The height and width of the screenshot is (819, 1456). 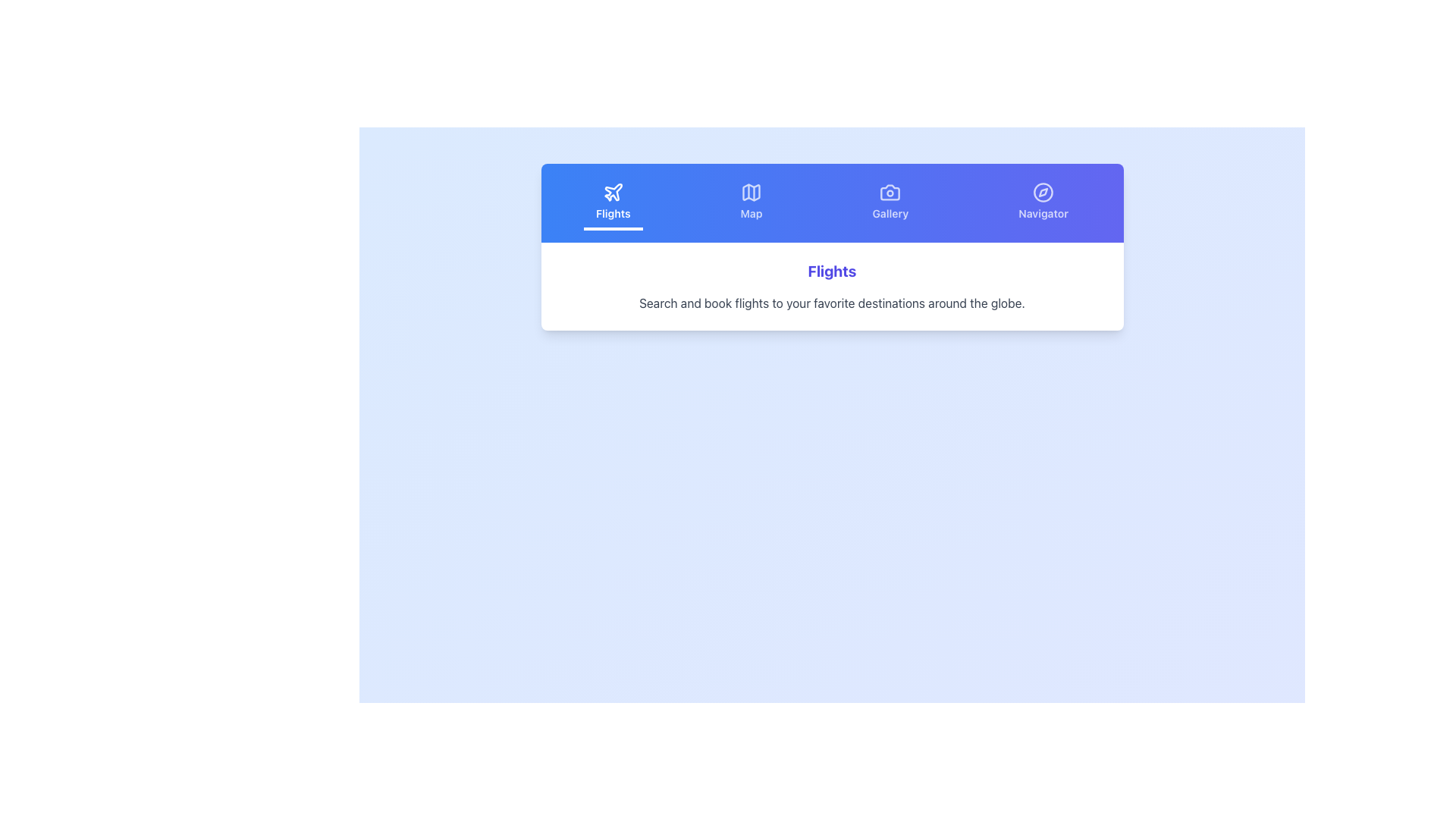 What do you see at coordinates (831, 303) in the screenshot?
I see `the static text element that reads 'Search and book flights to your favorite destinations around the globe.', located below the bold, indigo 'Flights' title` at bounding box center [831, 303].